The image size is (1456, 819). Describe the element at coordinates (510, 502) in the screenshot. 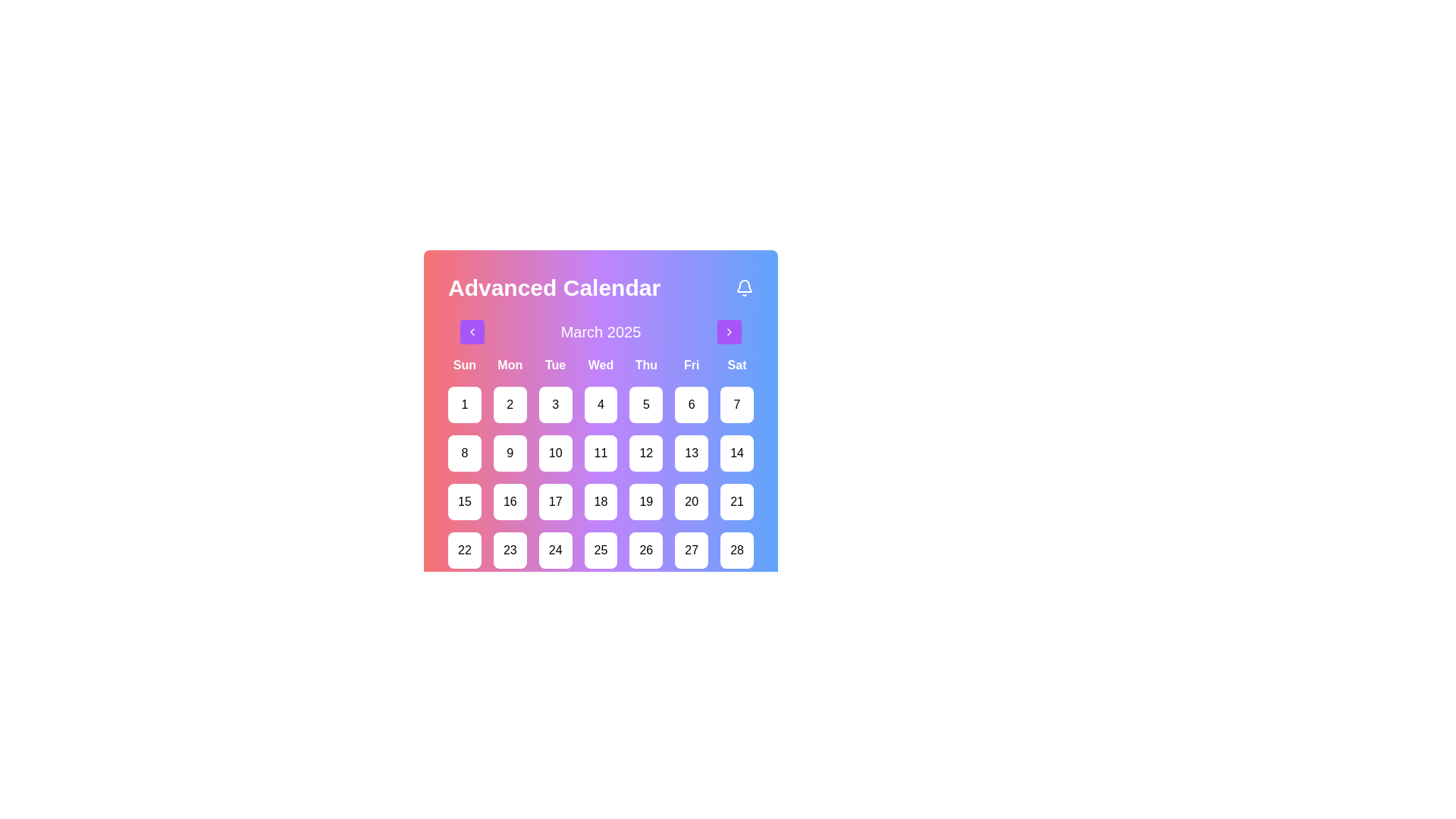

I see `the button representing the date '16' in the calendar interface` at that location.